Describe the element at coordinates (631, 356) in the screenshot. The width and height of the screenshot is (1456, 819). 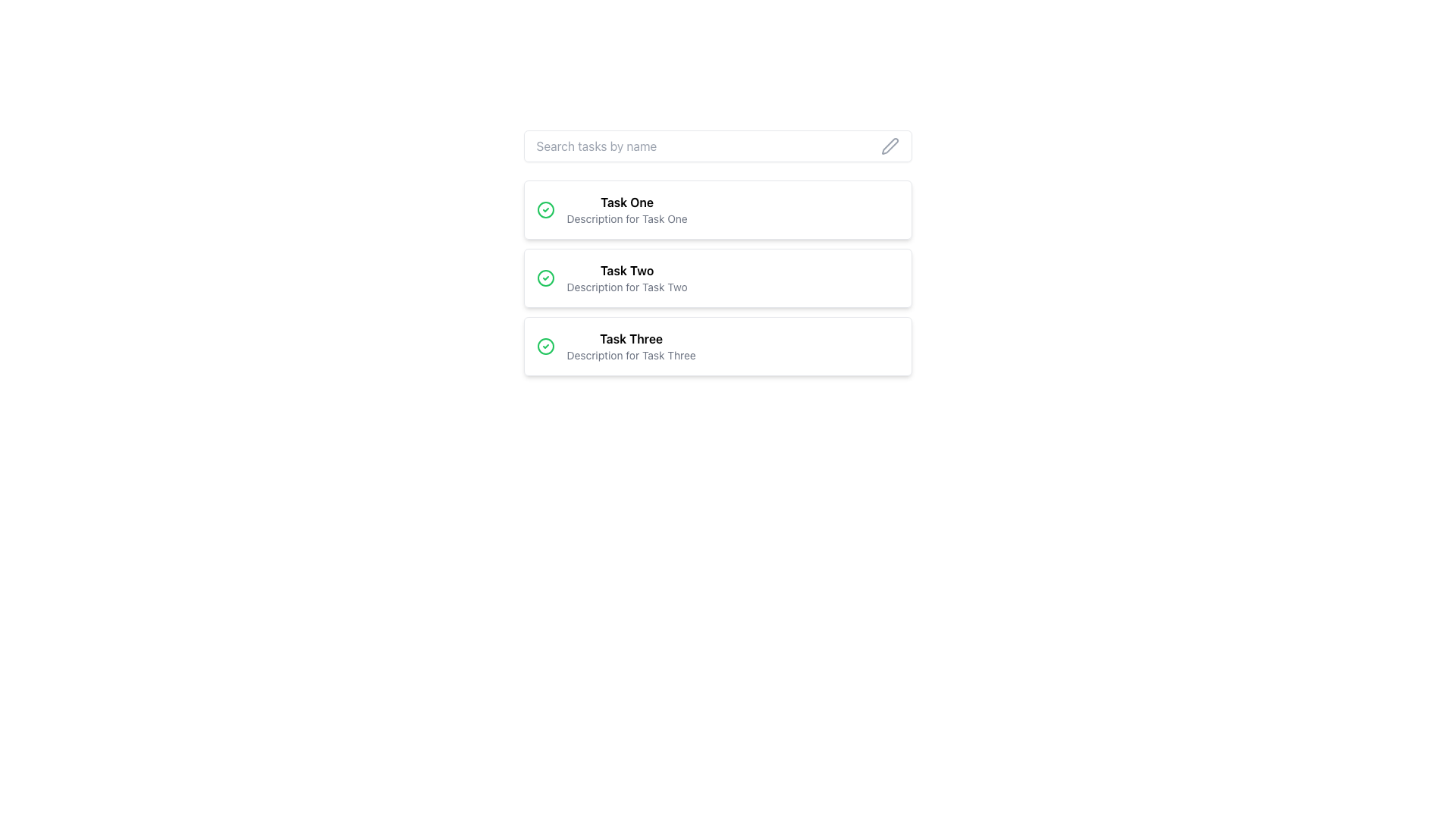
I see `the static text label that provides a brief description for 'Task Three', which is positioned below the heading text 'Task Three' in the third task card` at that location.